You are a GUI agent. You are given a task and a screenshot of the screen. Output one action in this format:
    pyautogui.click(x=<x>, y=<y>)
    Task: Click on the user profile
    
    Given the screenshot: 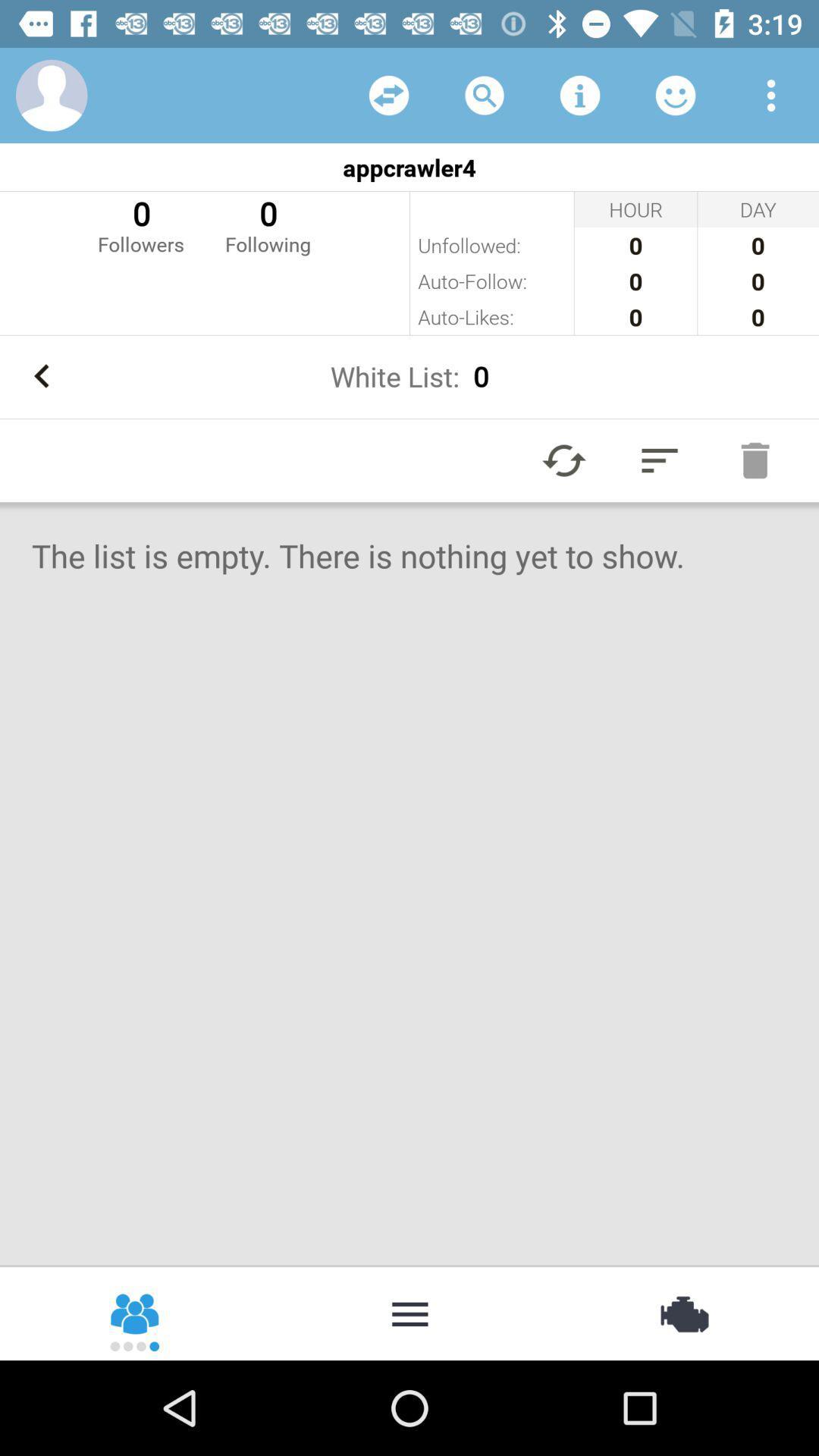 What is the action you would take?
    pyautogui.click(x=51, y=94)
    